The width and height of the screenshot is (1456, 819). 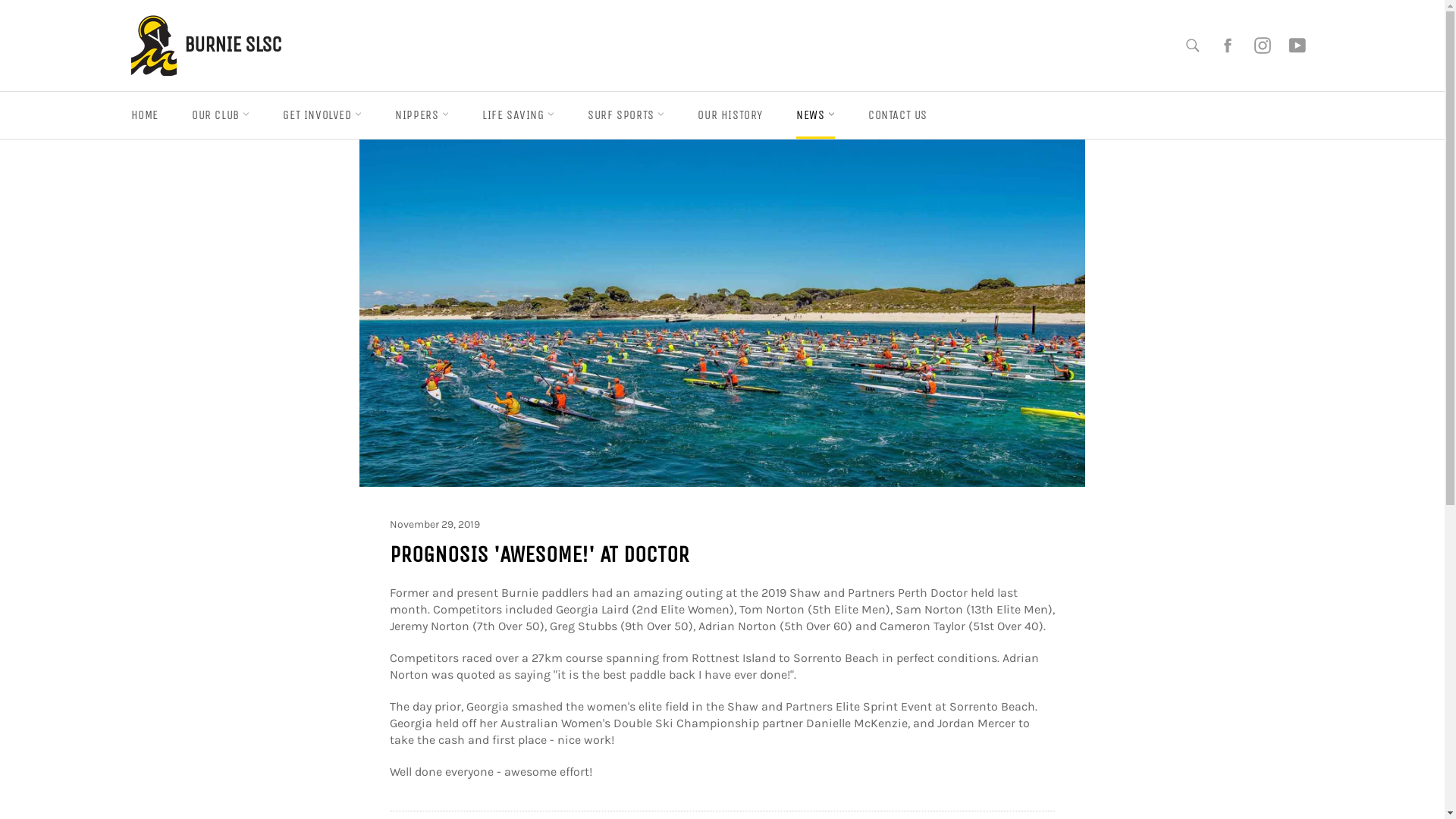 I want to click on 'Search', so click(x=1175, y=45).